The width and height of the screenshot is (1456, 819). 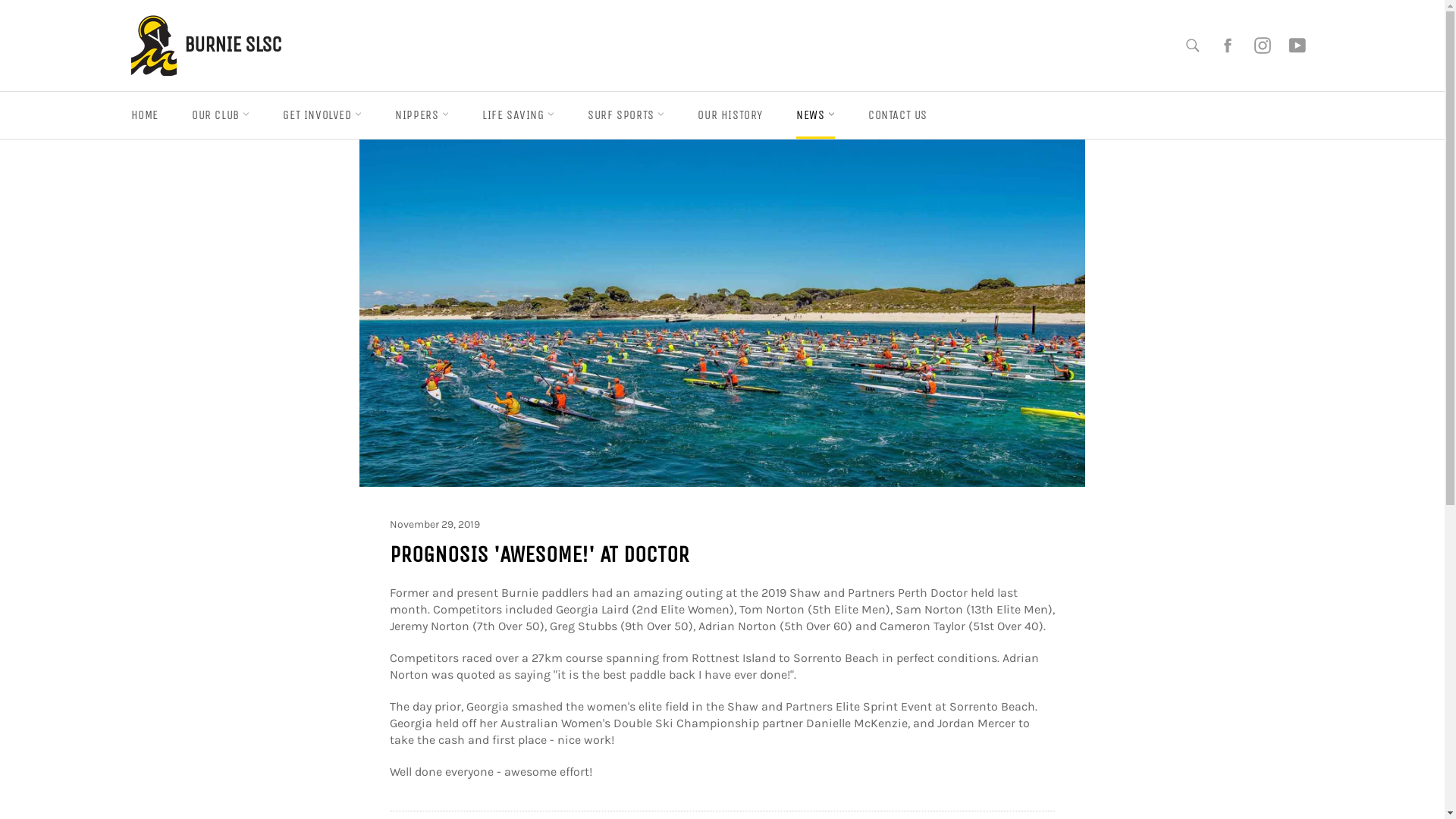 I want to click on 'Search', so click(x=1175, y=45).